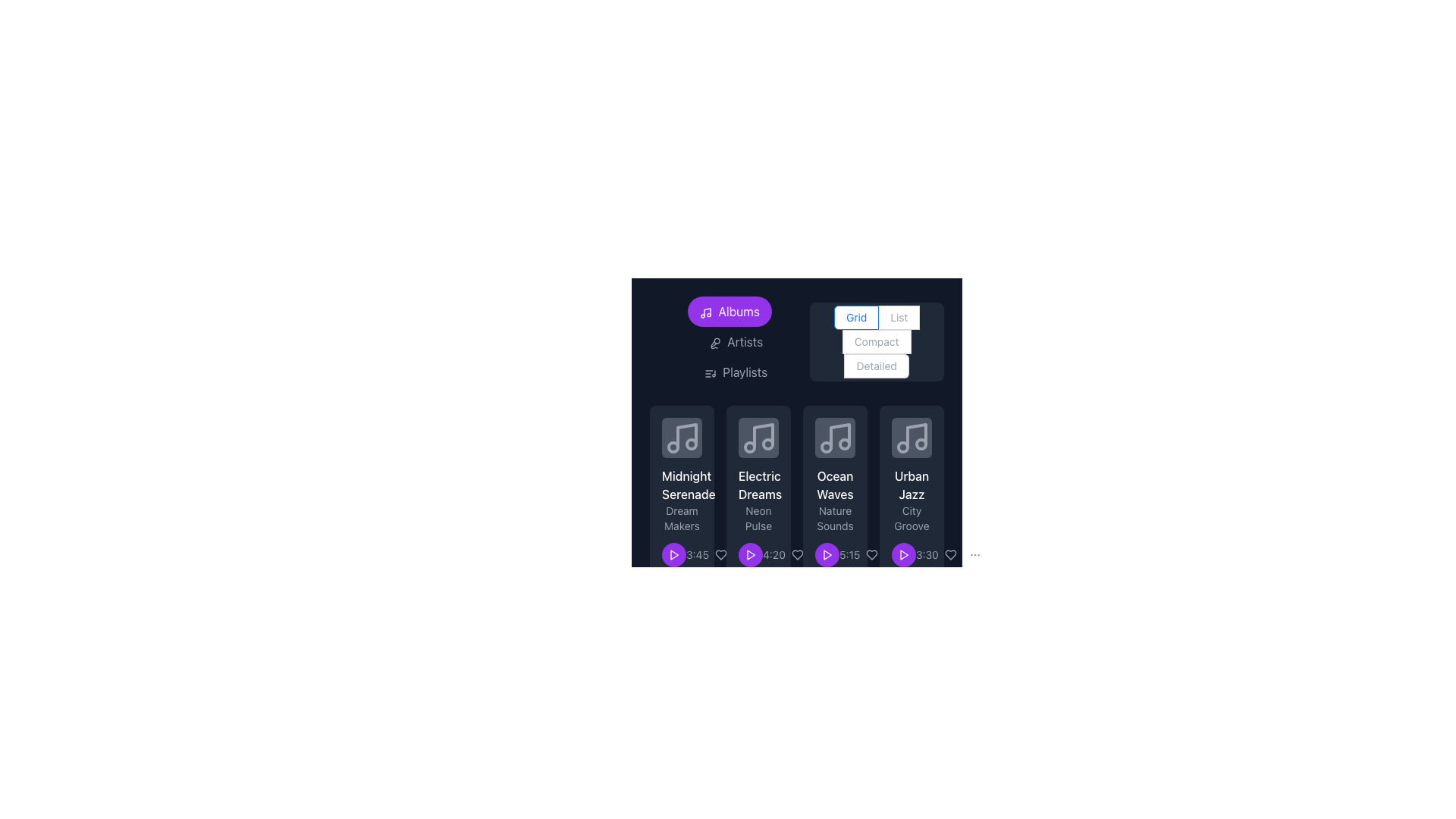  Describe the element at coordinates (720, 555) in the screenshot. I see `the heart icon located in the bottom section of the second music tile to like or favorite the item` at that location.